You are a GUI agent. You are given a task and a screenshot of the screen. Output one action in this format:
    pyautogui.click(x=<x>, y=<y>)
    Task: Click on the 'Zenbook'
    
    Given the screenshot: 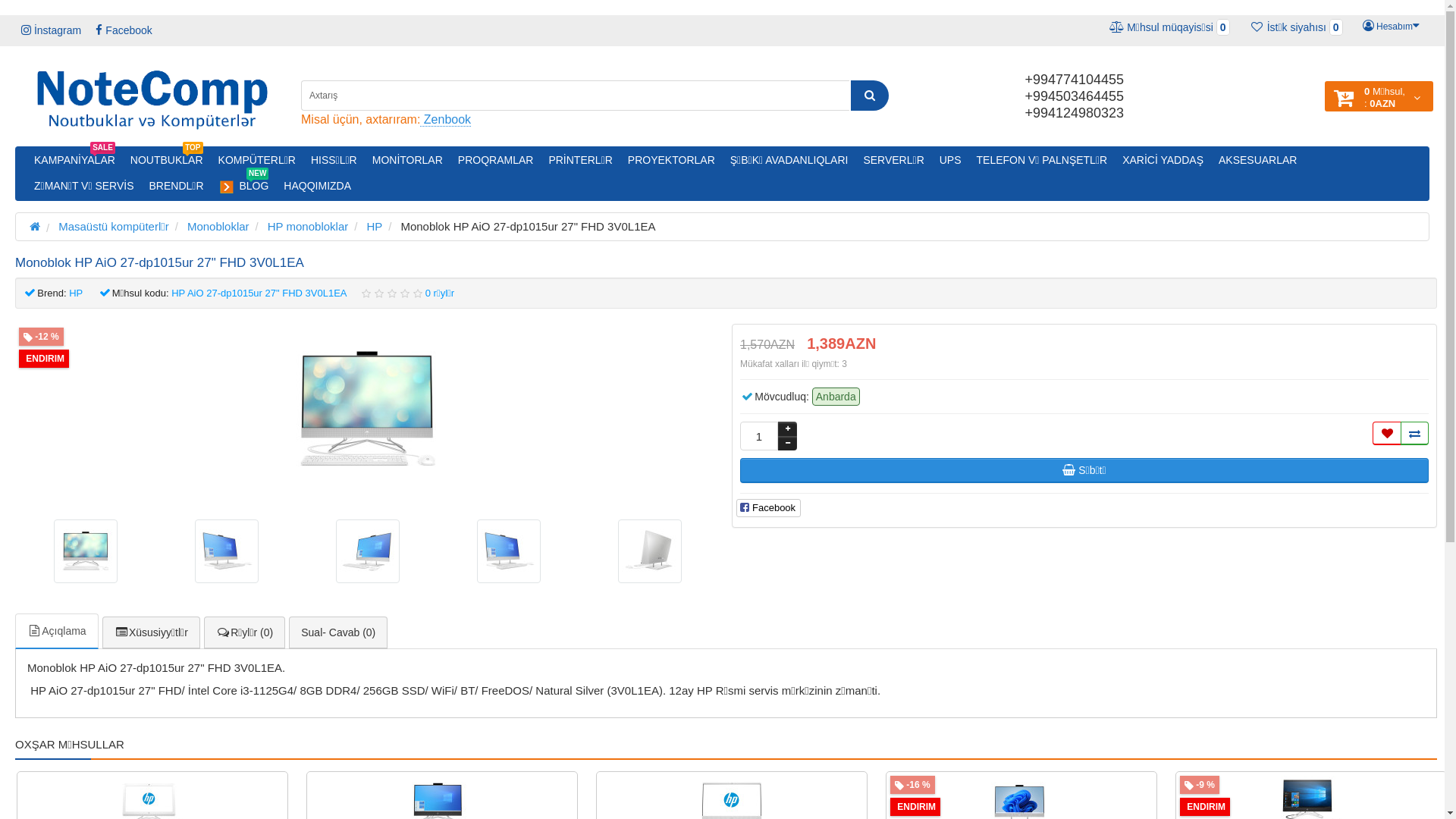 What is the action you would take?
    pyautogui.click(x=444, y=119)
    